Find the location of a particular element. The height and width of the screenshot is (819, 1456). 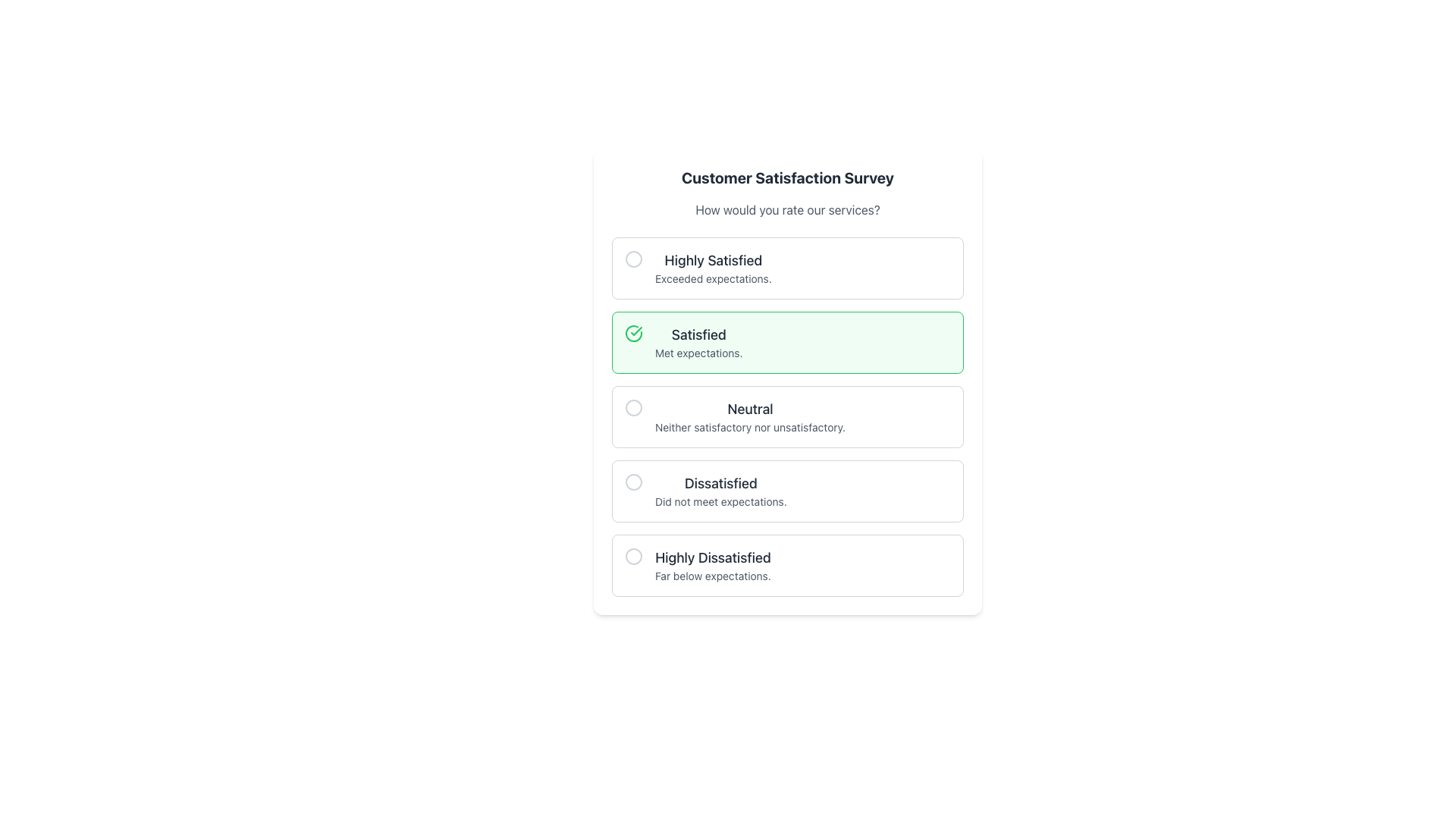

the static text label displaying 'Exceeded expectations.' which is located below 'Highly Satisfied' in the first option of the customer satisfaction survey form is located at coordinates (712, 278).